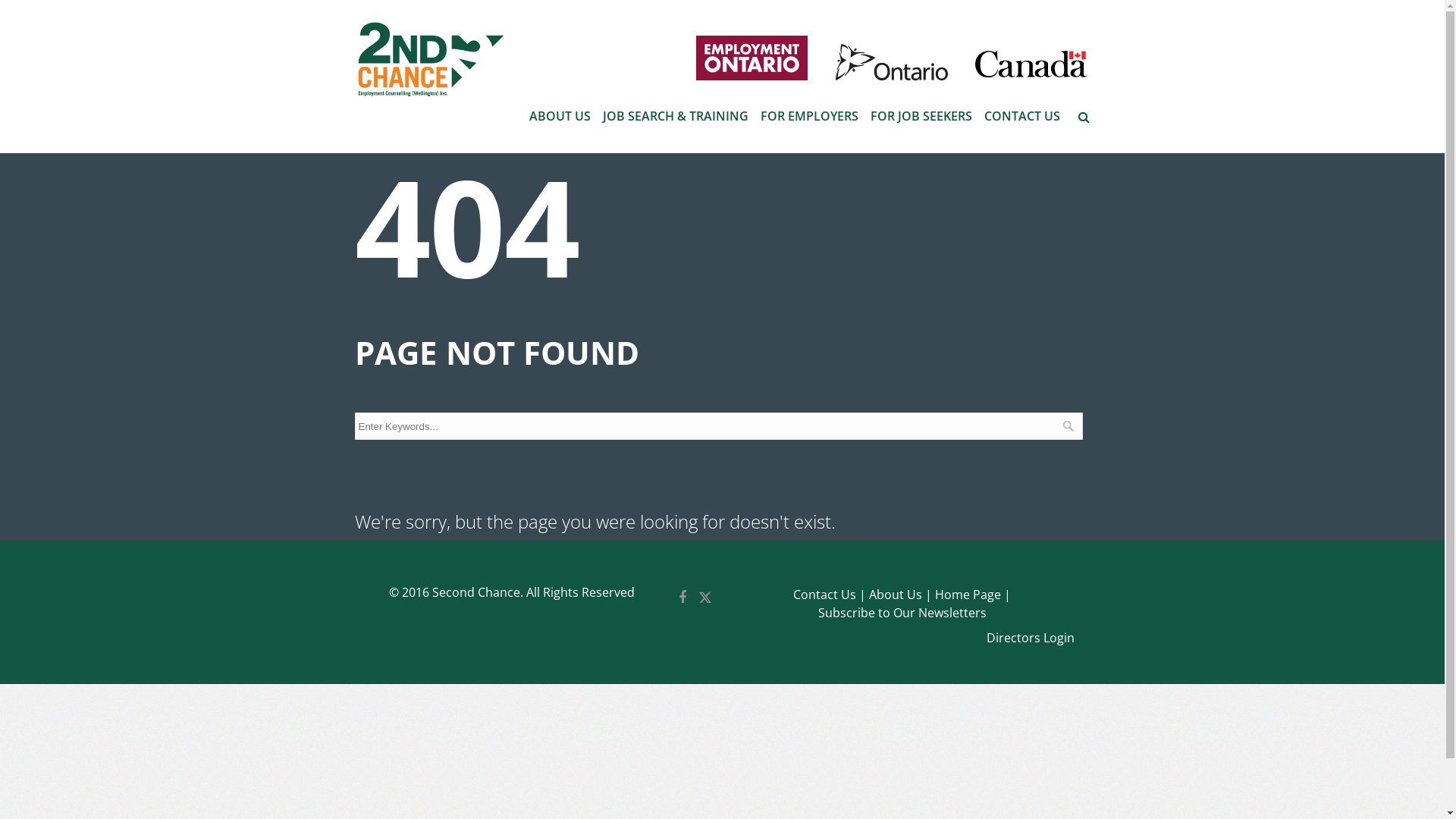 This screenshot has width=1456, height=819. I want to click on 'FOR JOB SEEKERS', so click(920, 115).